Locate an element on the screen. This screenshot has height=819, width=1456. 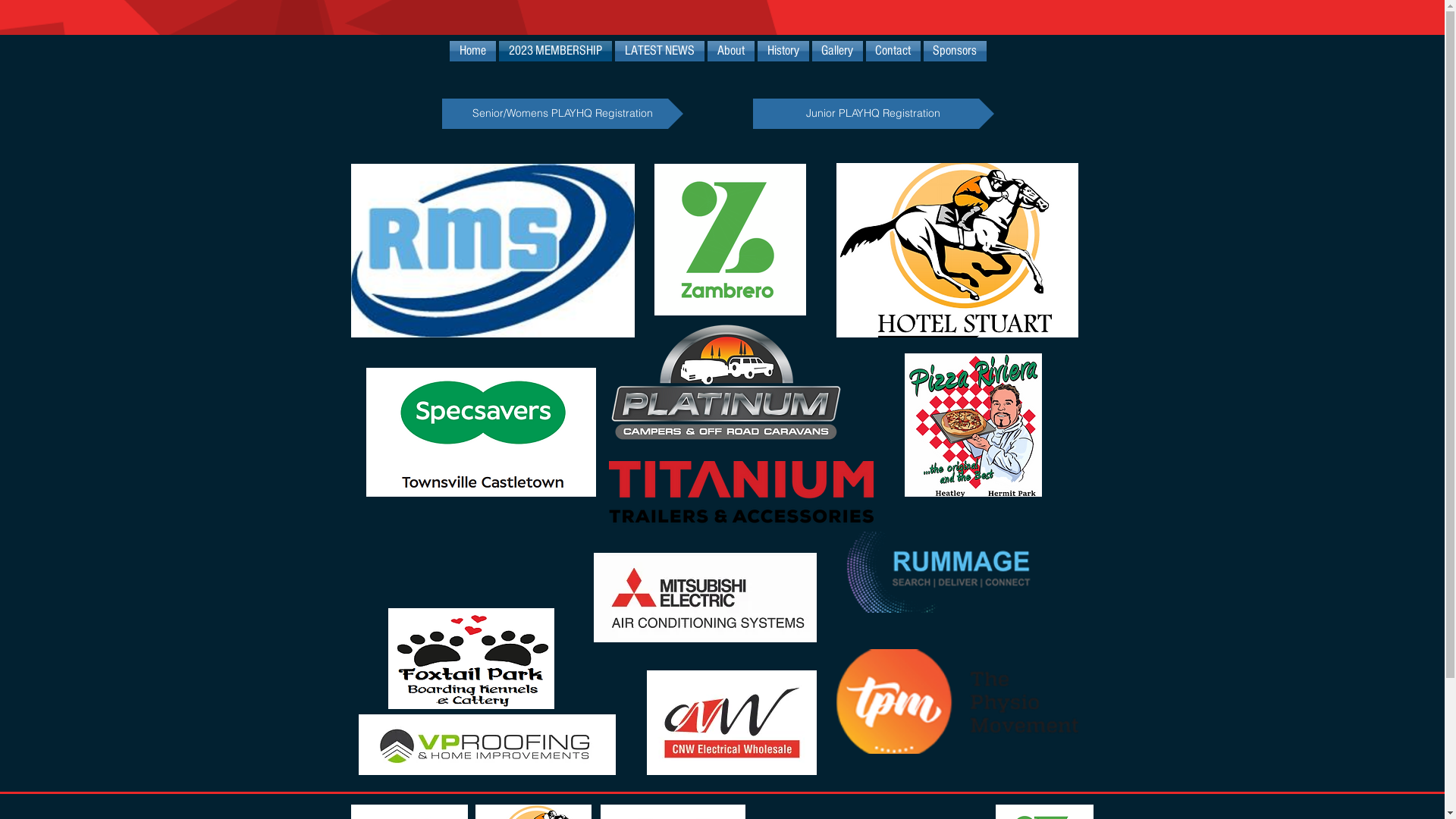
'Gallery' is located at coordinates (836, 50).